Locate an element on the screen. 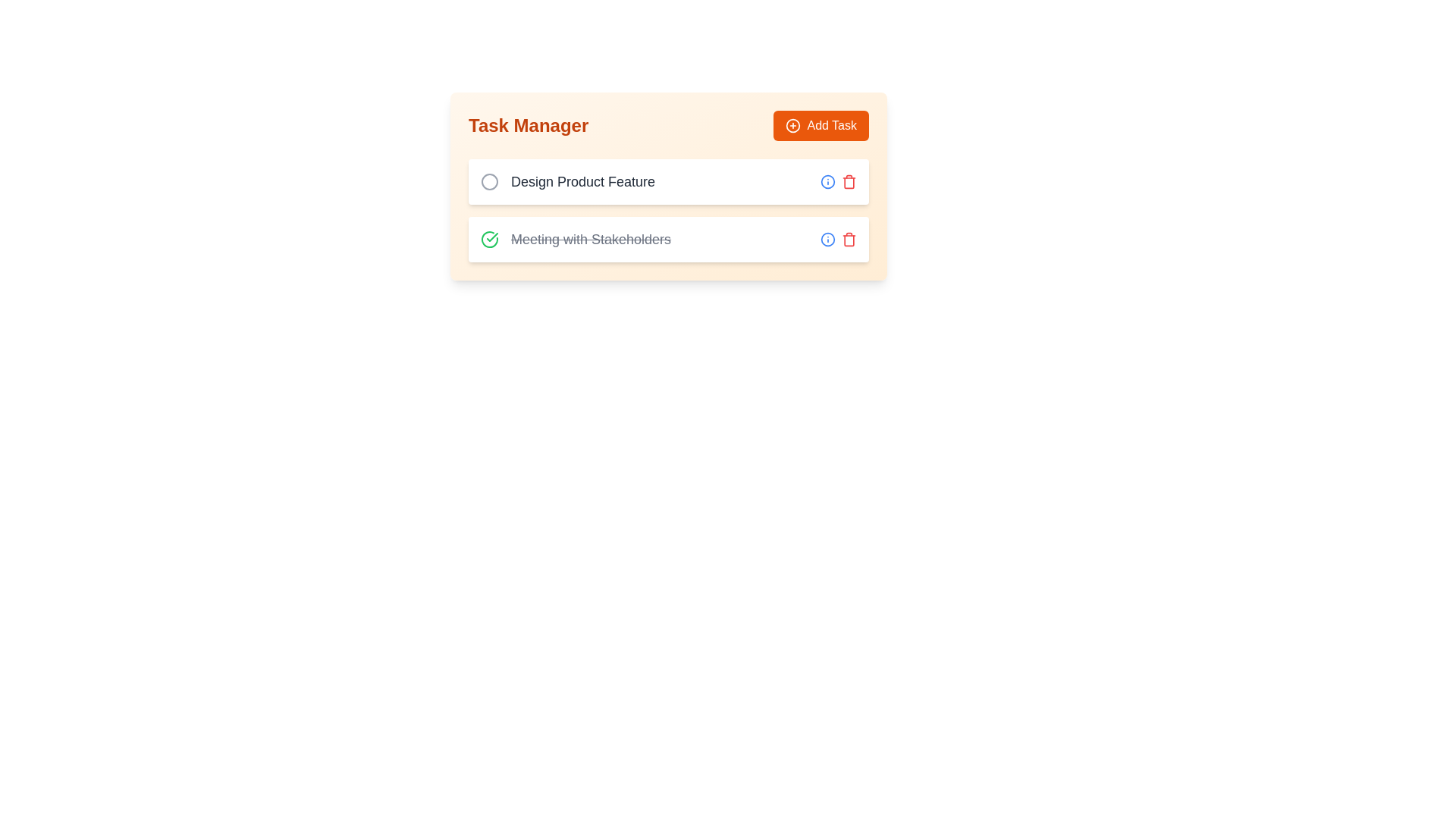  the red trash bin icon button, which is the rightmost element in the second list item of the task list component is located at coordinates (848, 180).